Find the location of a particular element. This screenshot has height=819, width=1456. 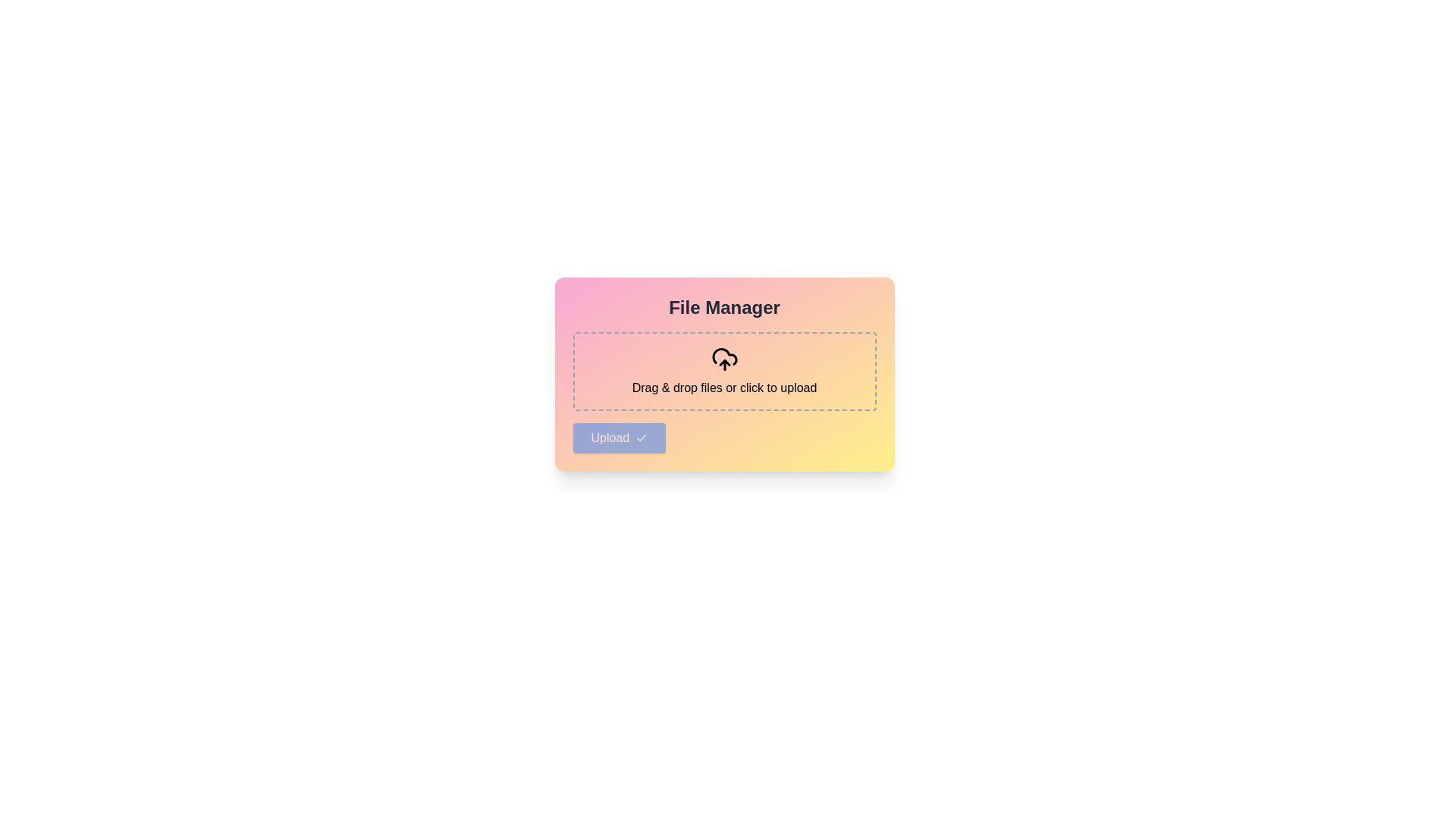

cloud upload icon within the dashed rectangular box located in the 'File Manager' panel by right-clicking on it is located at coordinates (723, 359).